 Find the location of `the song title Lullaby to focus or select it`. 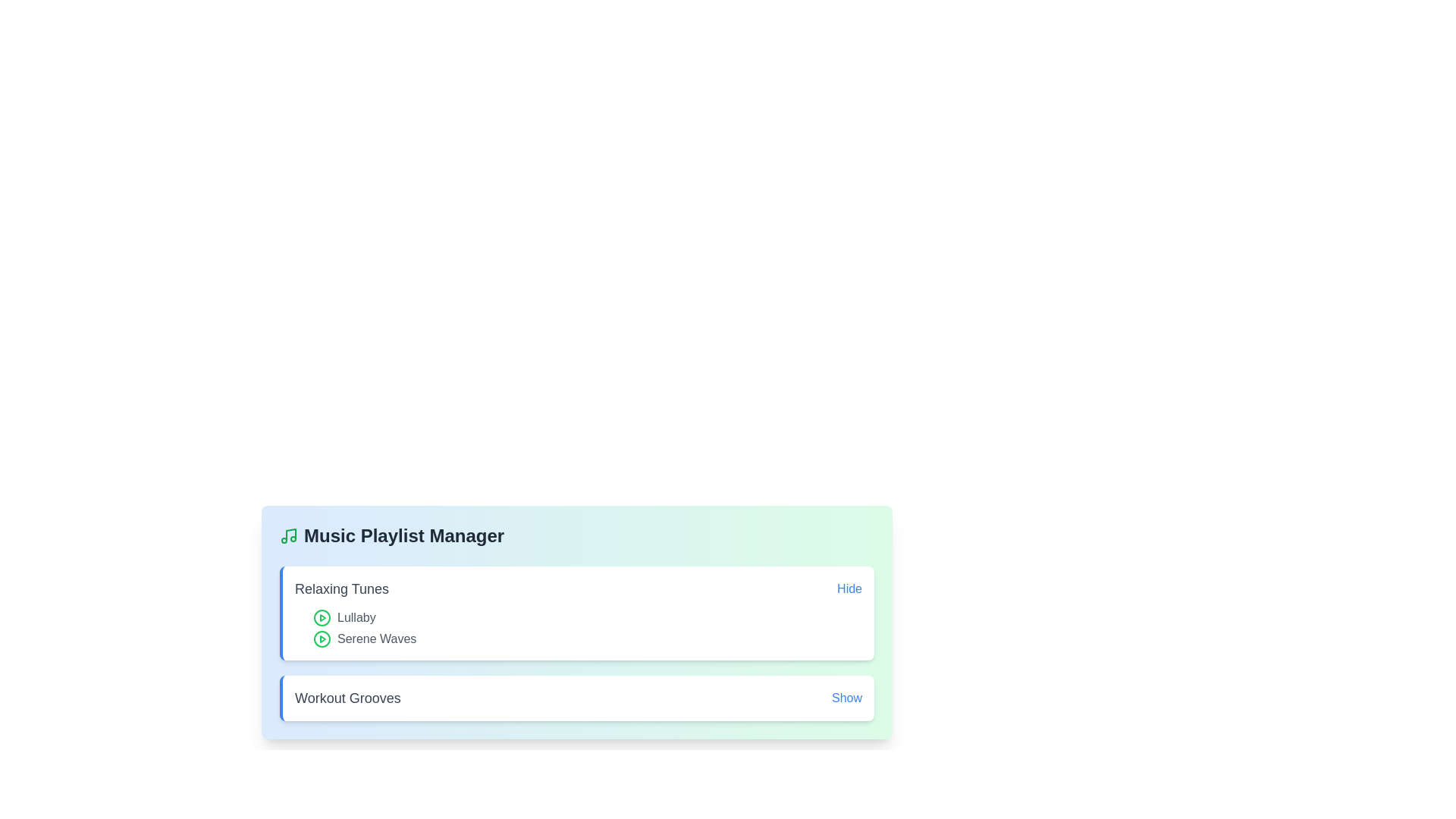

the song title Lullaby to focus or select it is located at coordinates (322, 617).